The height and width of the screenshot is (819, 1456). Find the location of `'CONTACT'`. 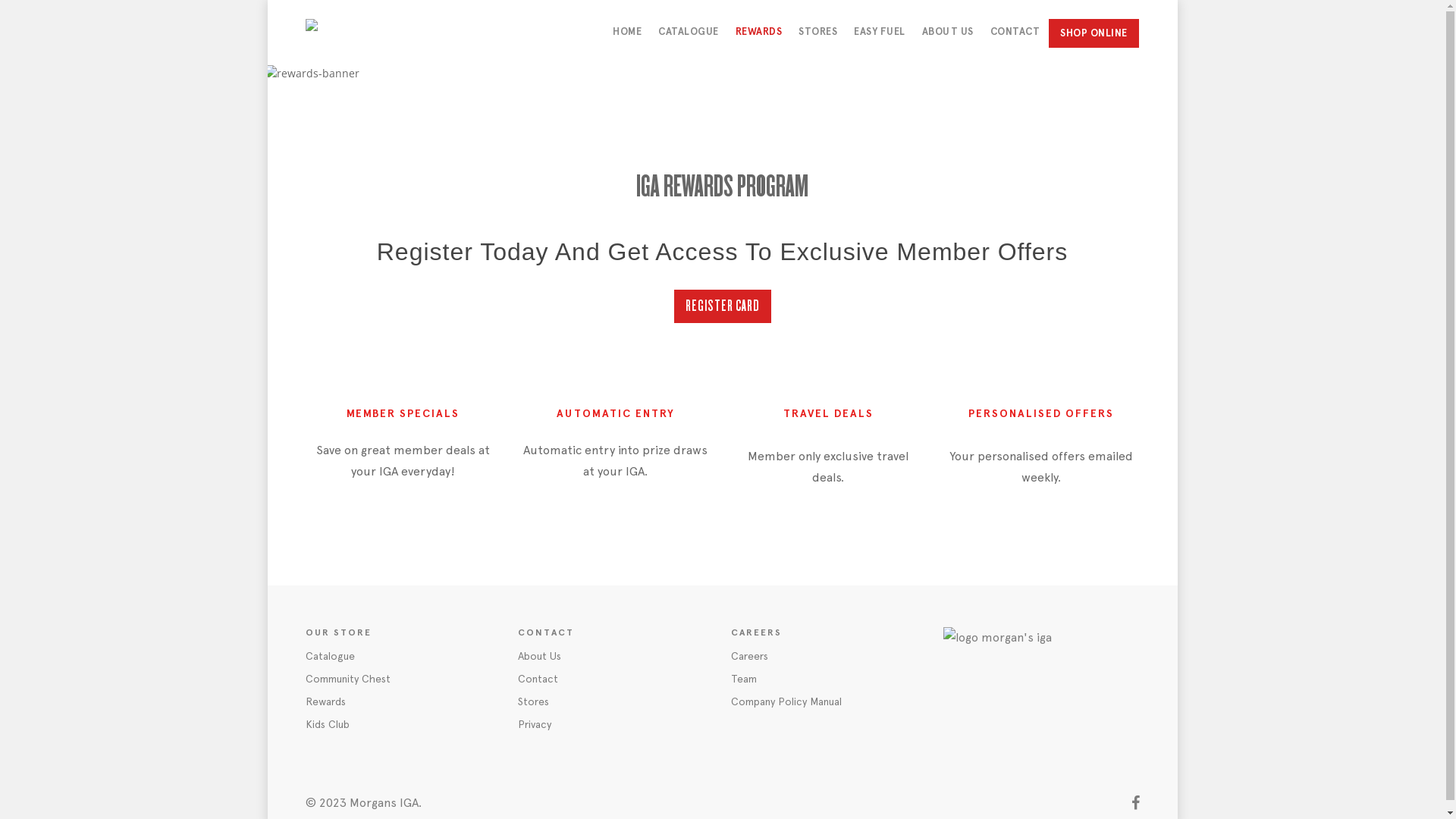

'CONTACT' is located at coordinates (1015, 40).